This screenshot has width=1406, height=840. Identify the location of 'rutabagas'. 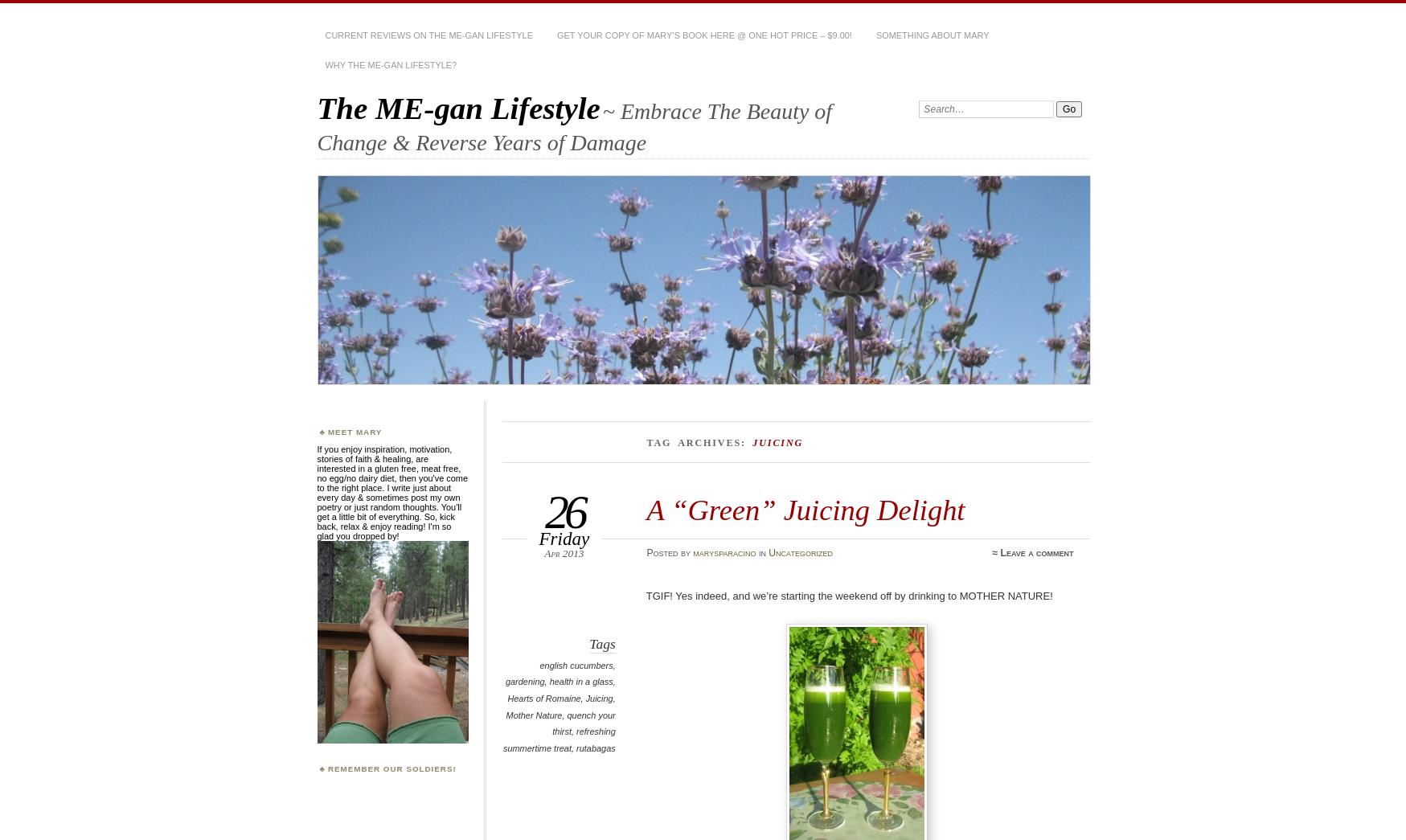
(575, 747).